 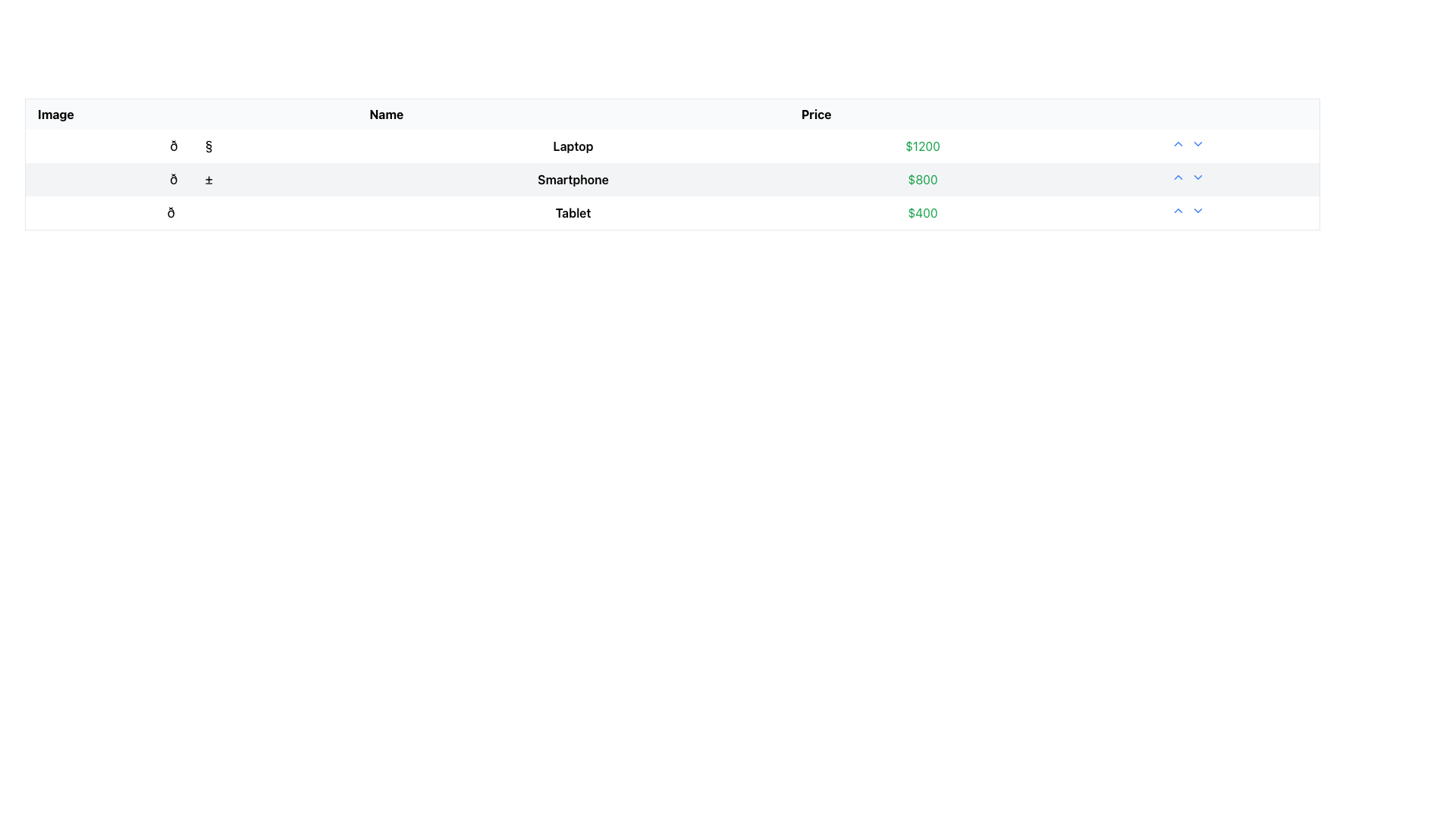 I want to click on the text label displaying the price '$800' in green color located in the 'Price' column under the 'Smartphone' row of the table, so click(x=922, y=178).